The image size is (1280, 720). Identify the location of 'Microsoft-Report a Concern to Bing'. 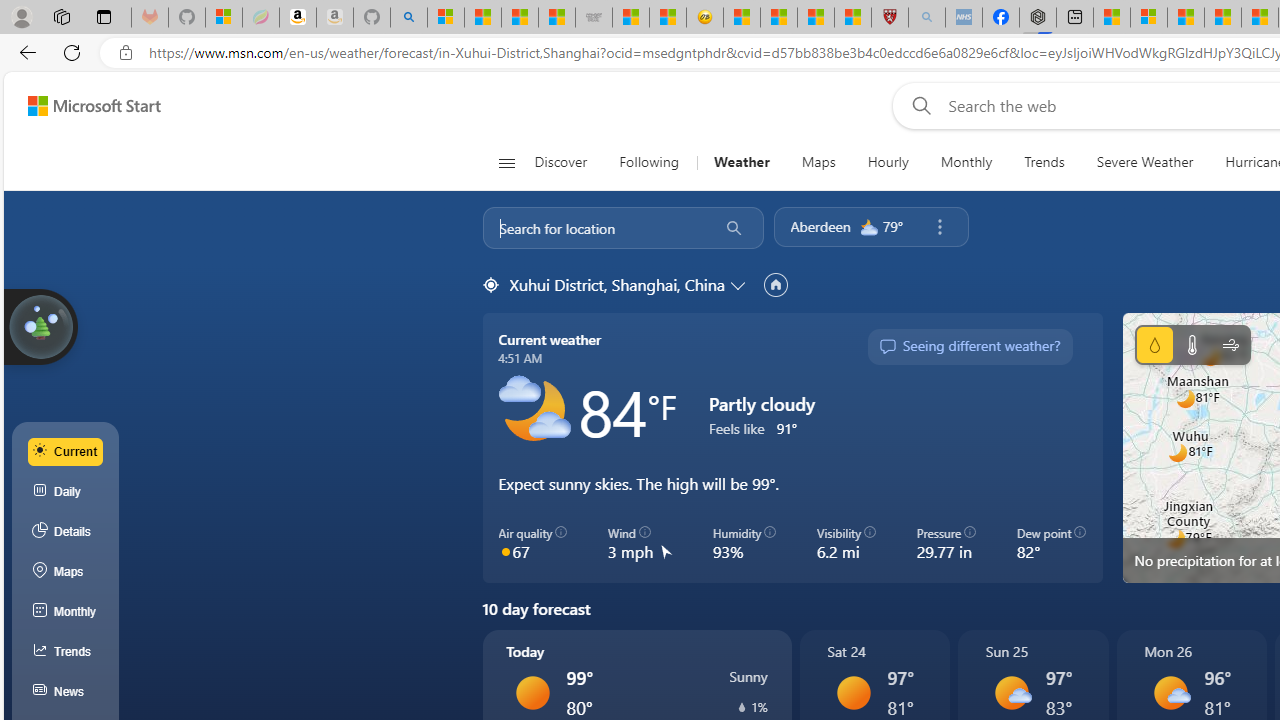
(224, 17).